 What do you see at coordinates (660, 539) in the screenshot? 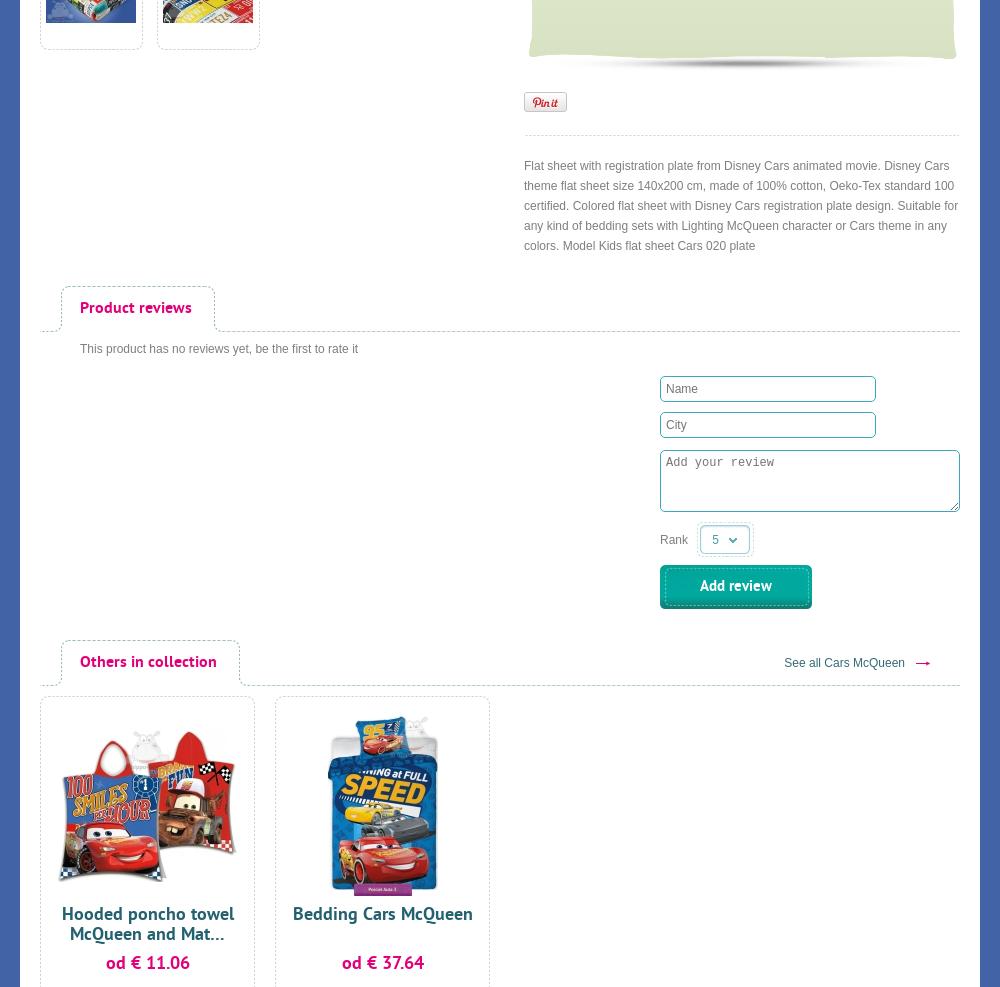
I see `'Rank'` at bounding box center [660, 539].